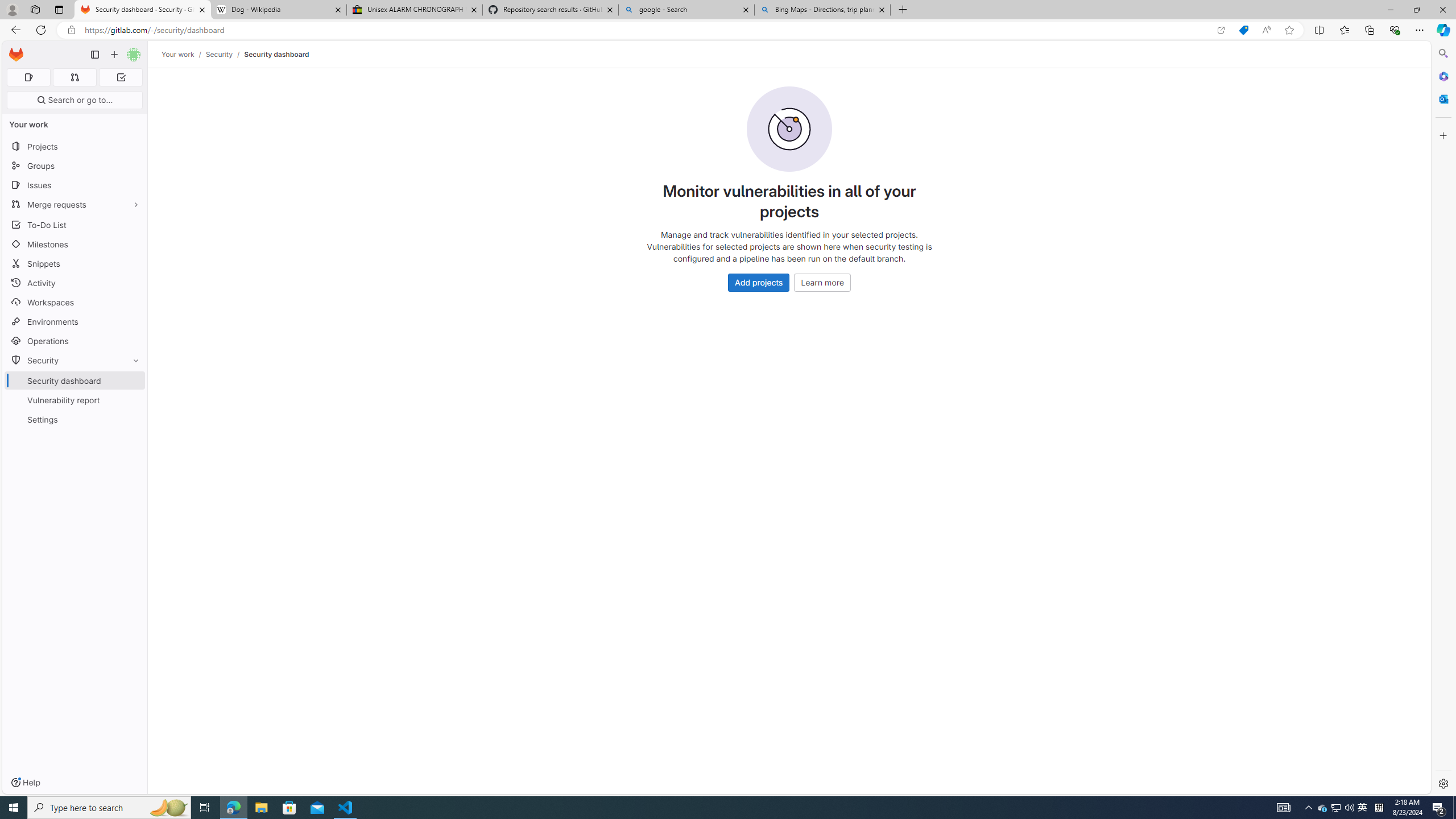  I want to click on 'Vulnerability report', so click(74, 399).